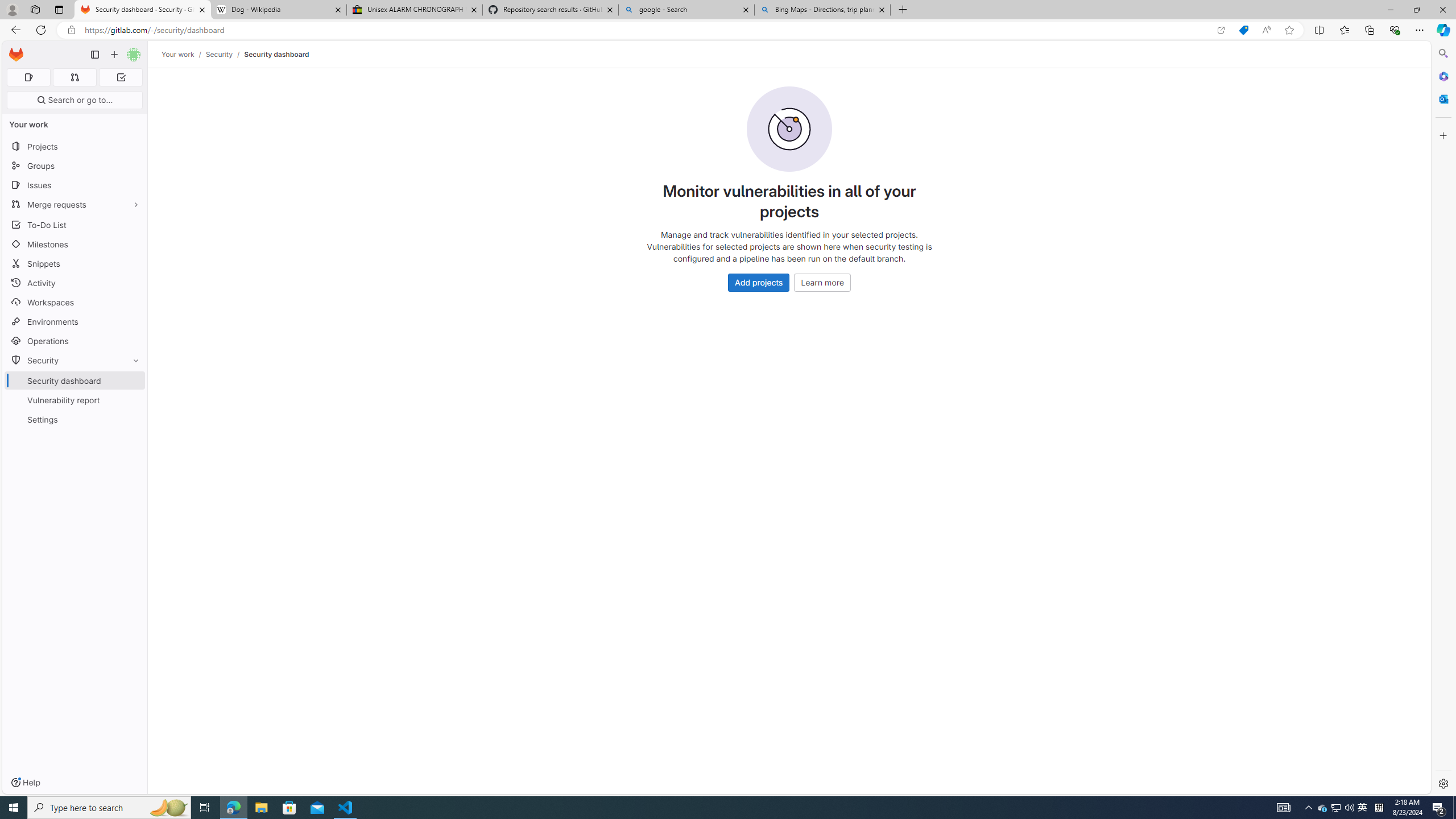  I want to click on 'Vulnerability report', so click(74, 399).